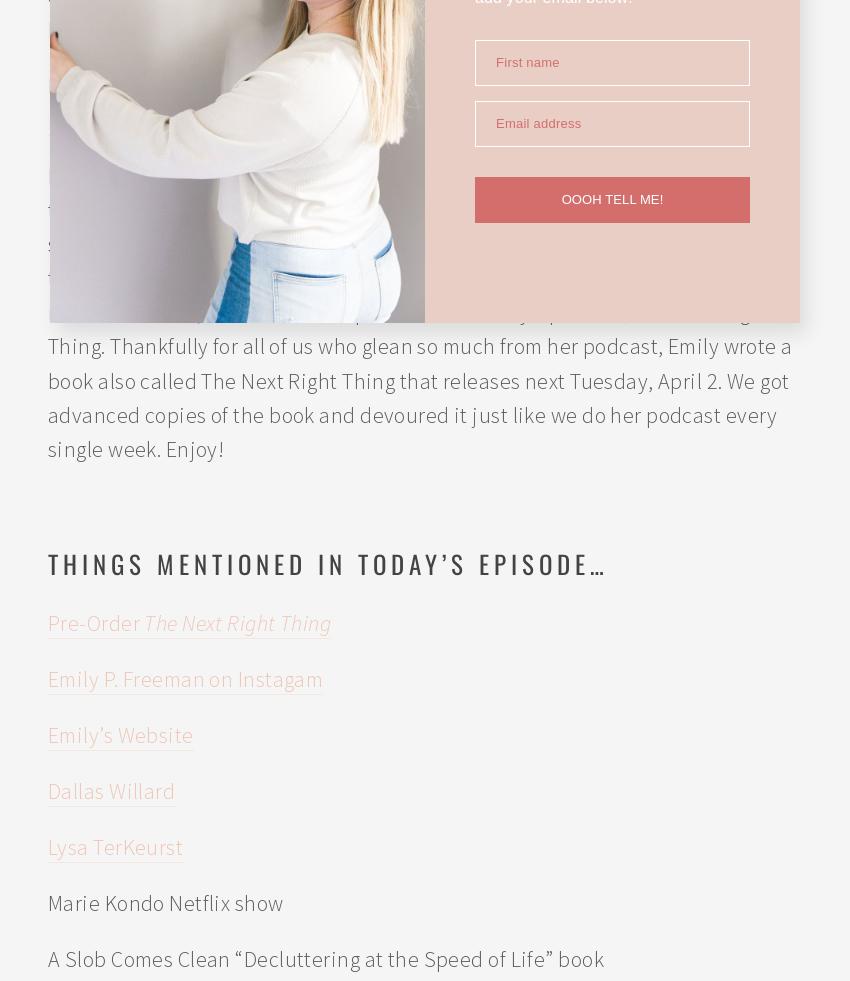  I want to click on 'Emily is a wife, mom, author and podcast host. She’s also a founder of', so click(370, 83).